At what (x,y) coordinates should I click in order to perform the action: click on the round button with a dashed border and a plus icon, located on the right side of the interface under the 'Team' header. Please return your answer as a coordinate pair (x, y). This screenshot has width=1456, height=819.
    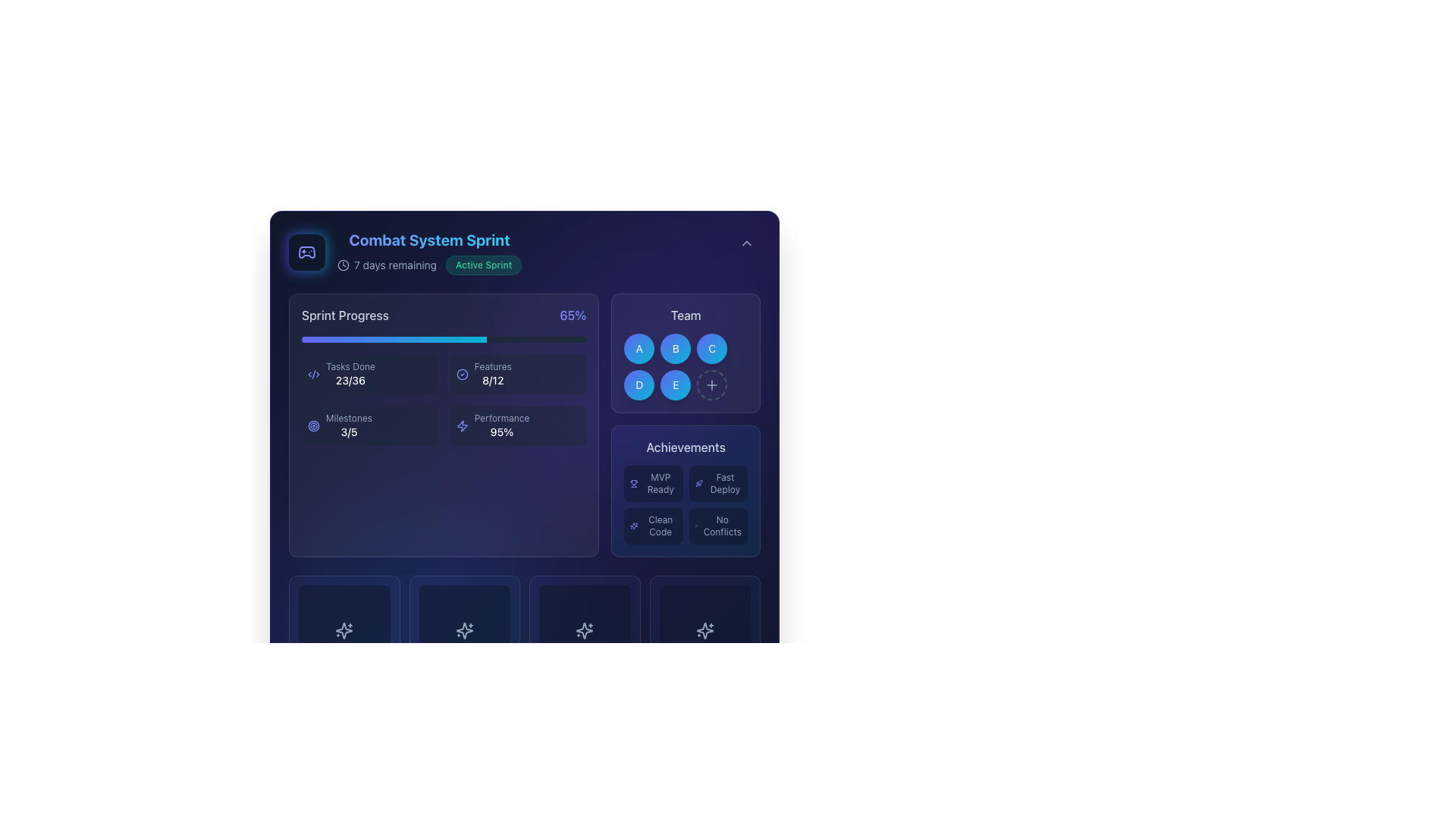
    Looking at the image, I should click on (711, 384).